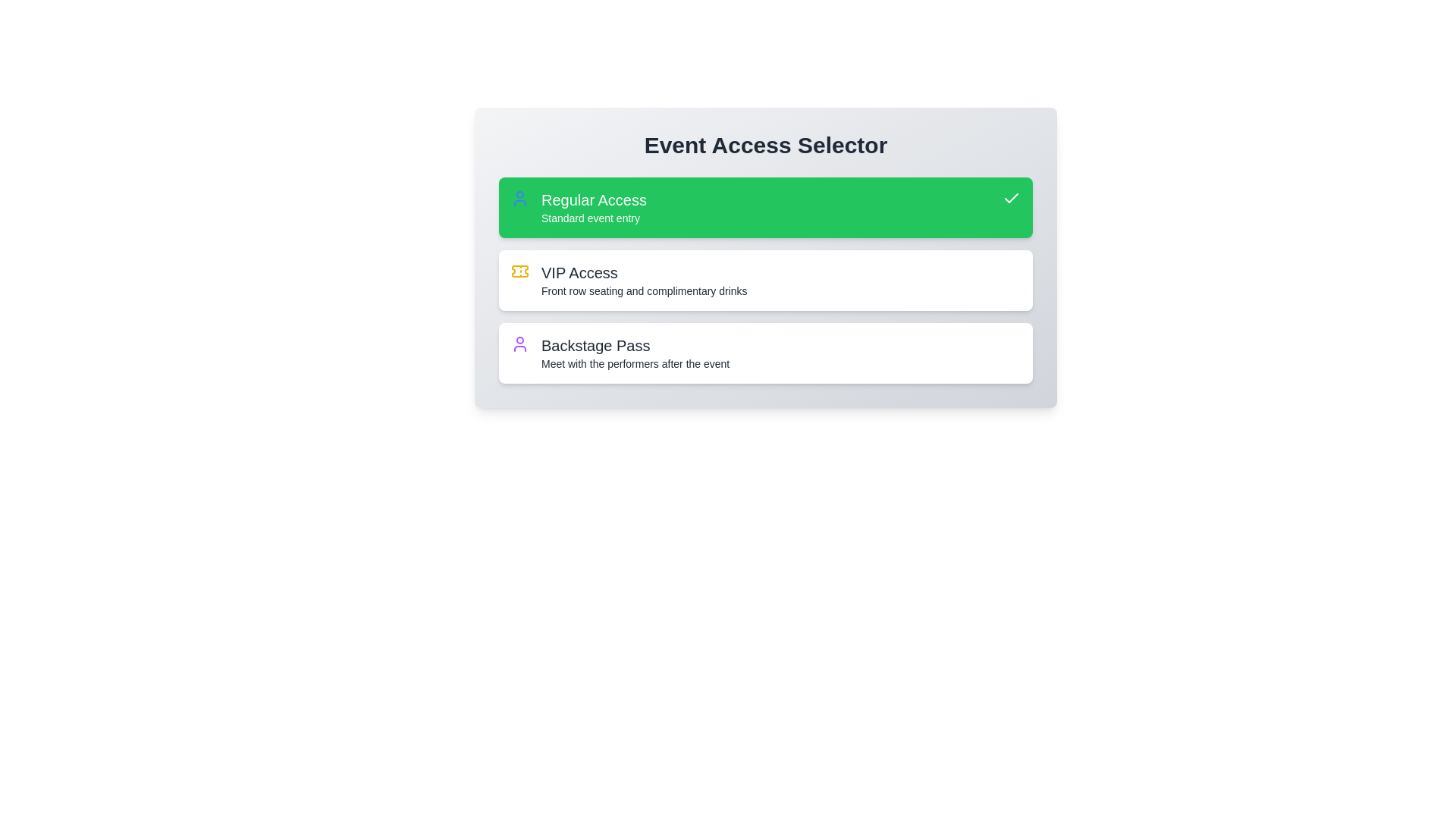  What do you see at coordinates (520, 271) in the screenshot?
I see `the distinctive yellow ticket icon, which is positioned to the left of the 'VIP Access' text label in the list of access options` at bounding box center [520, 271].